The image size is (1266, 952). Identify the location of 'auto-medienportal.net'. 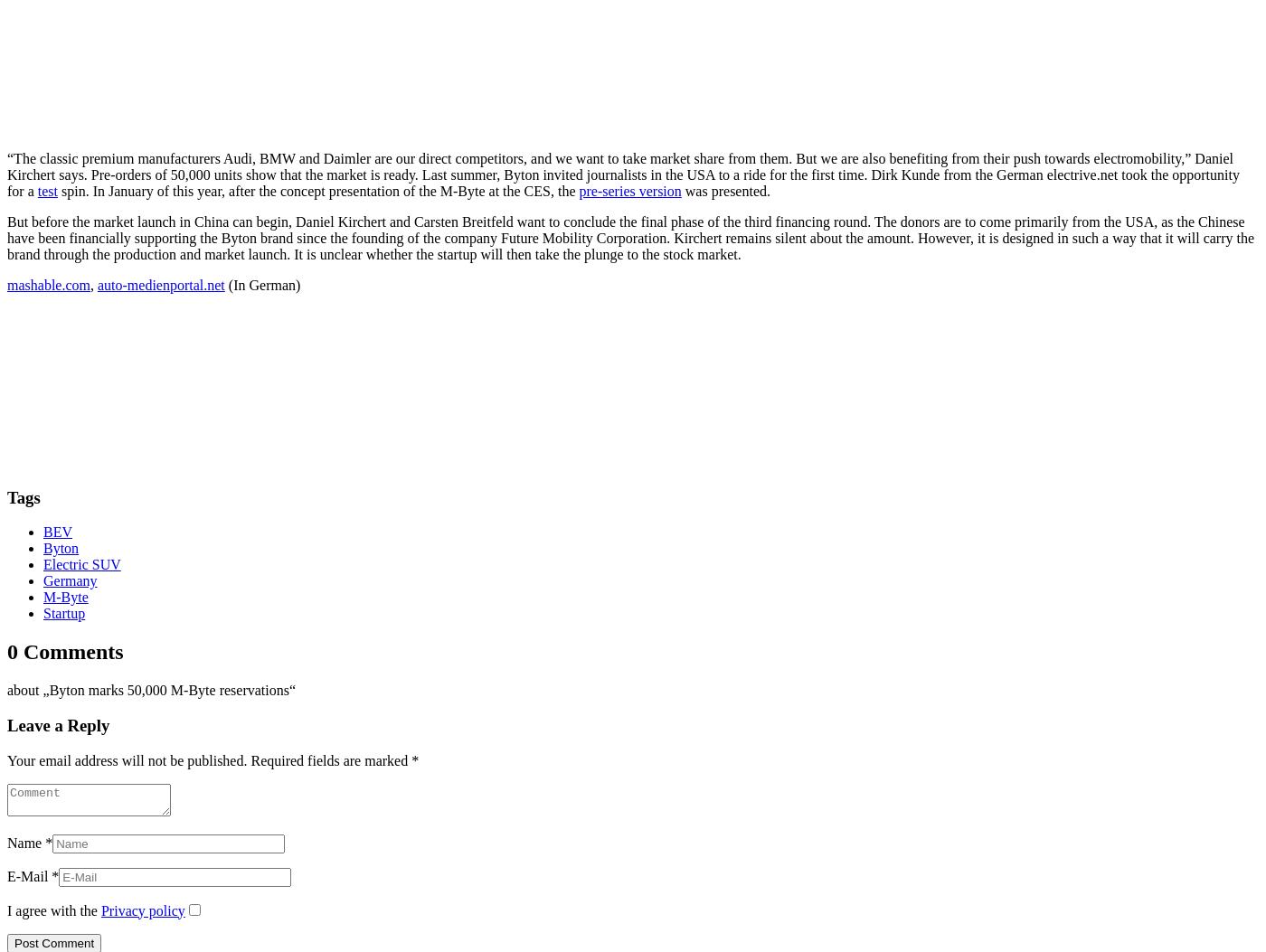
(96, 284).